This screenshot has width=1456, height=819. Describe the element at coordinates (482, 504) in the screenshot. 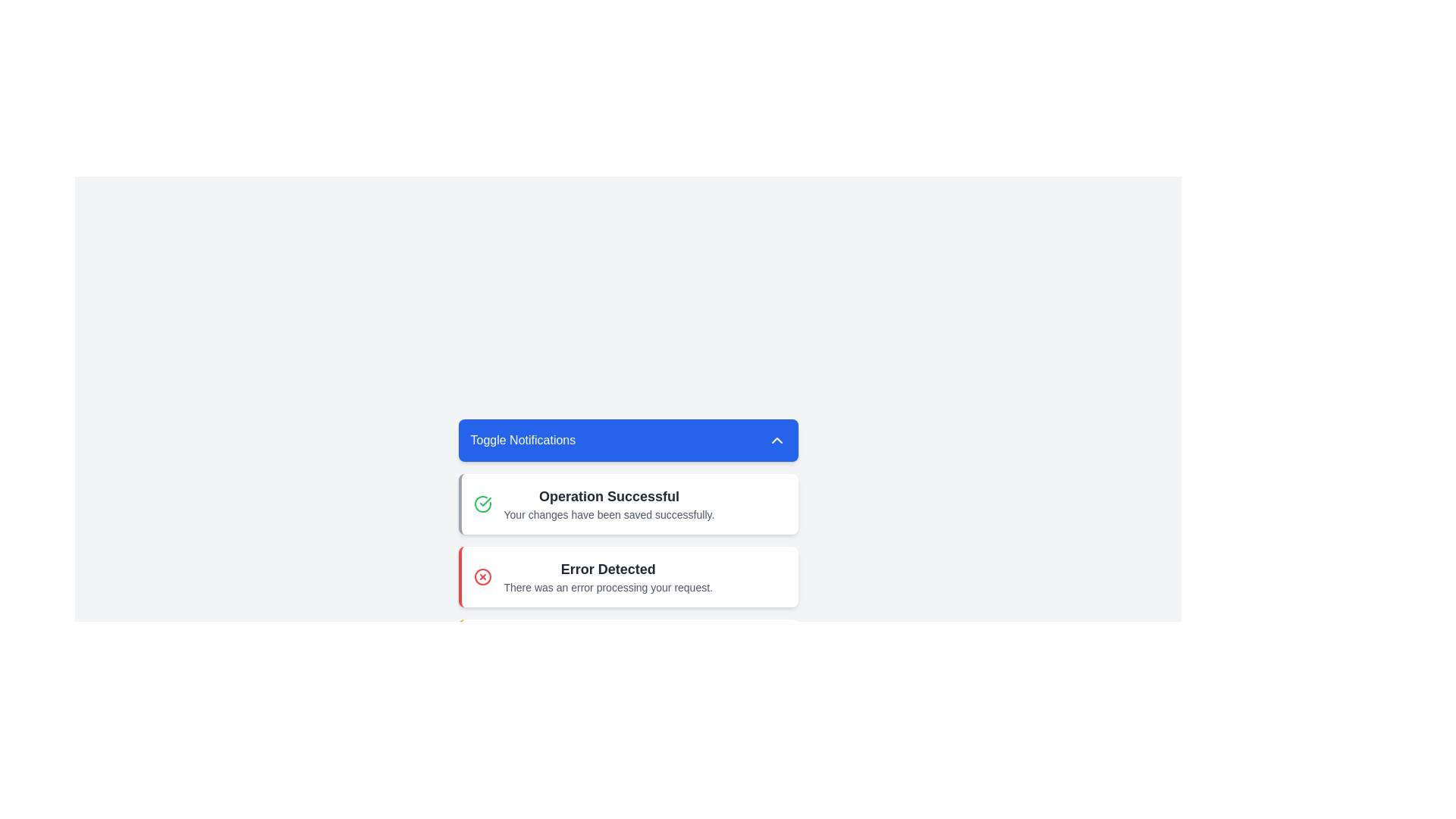

I see `the success indicator icon located at the top-left corner of the notification card, adjacent to the 'Operation Successful' text` at that location.